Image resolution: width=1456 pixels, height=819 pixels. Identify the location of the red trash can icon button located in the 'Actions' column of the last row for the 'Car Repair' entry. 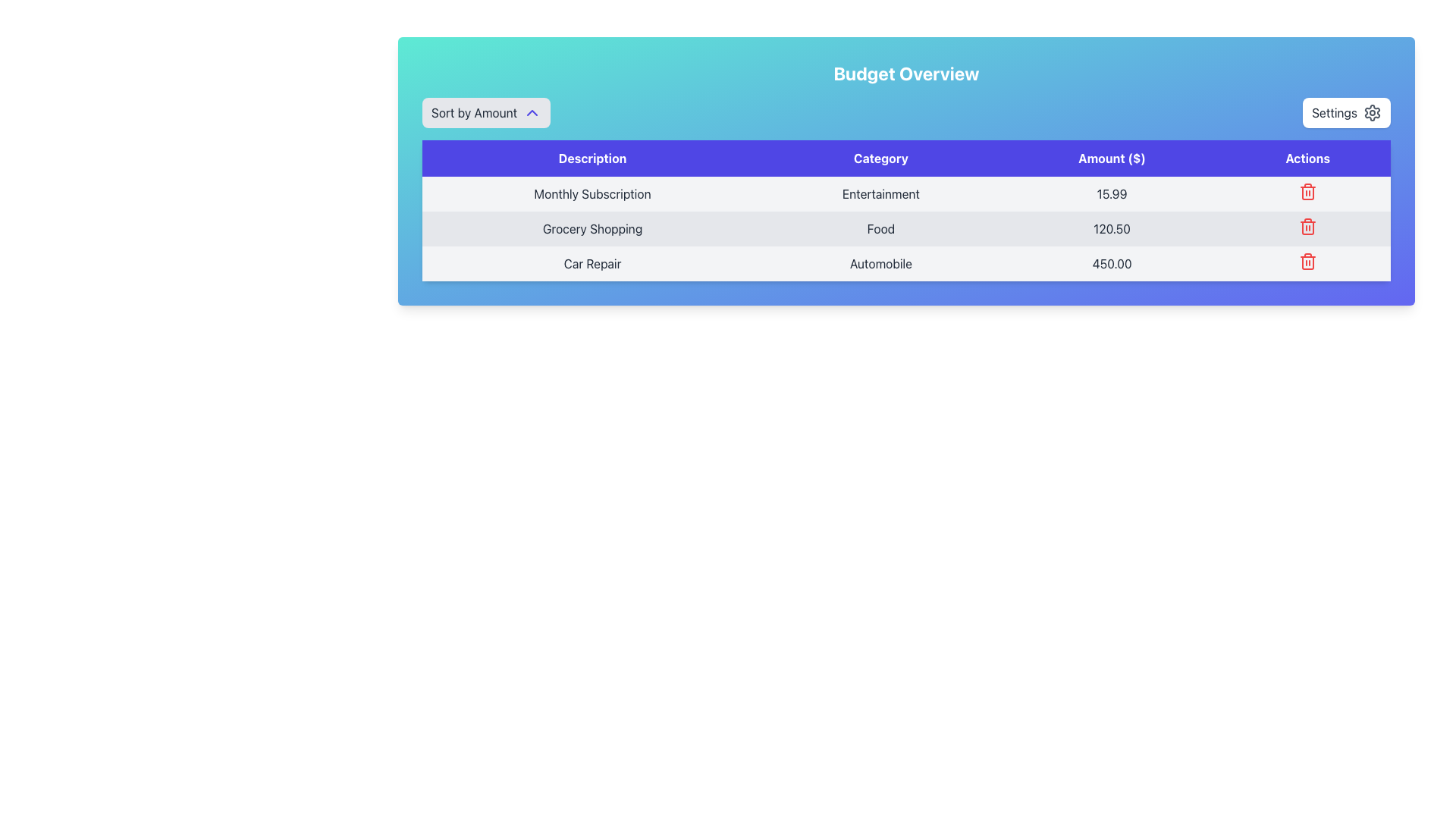
(1307, 260).